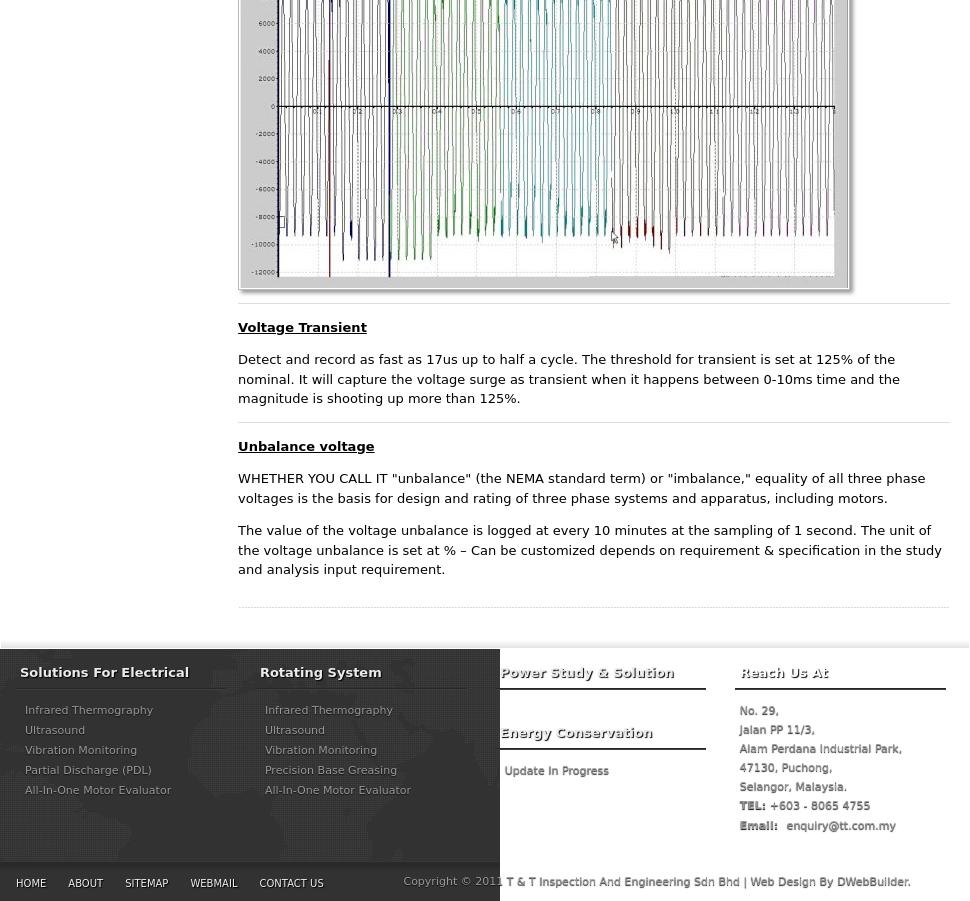  I want to click on 'Alam Perdana Industrial Park,', so click(820, 746).